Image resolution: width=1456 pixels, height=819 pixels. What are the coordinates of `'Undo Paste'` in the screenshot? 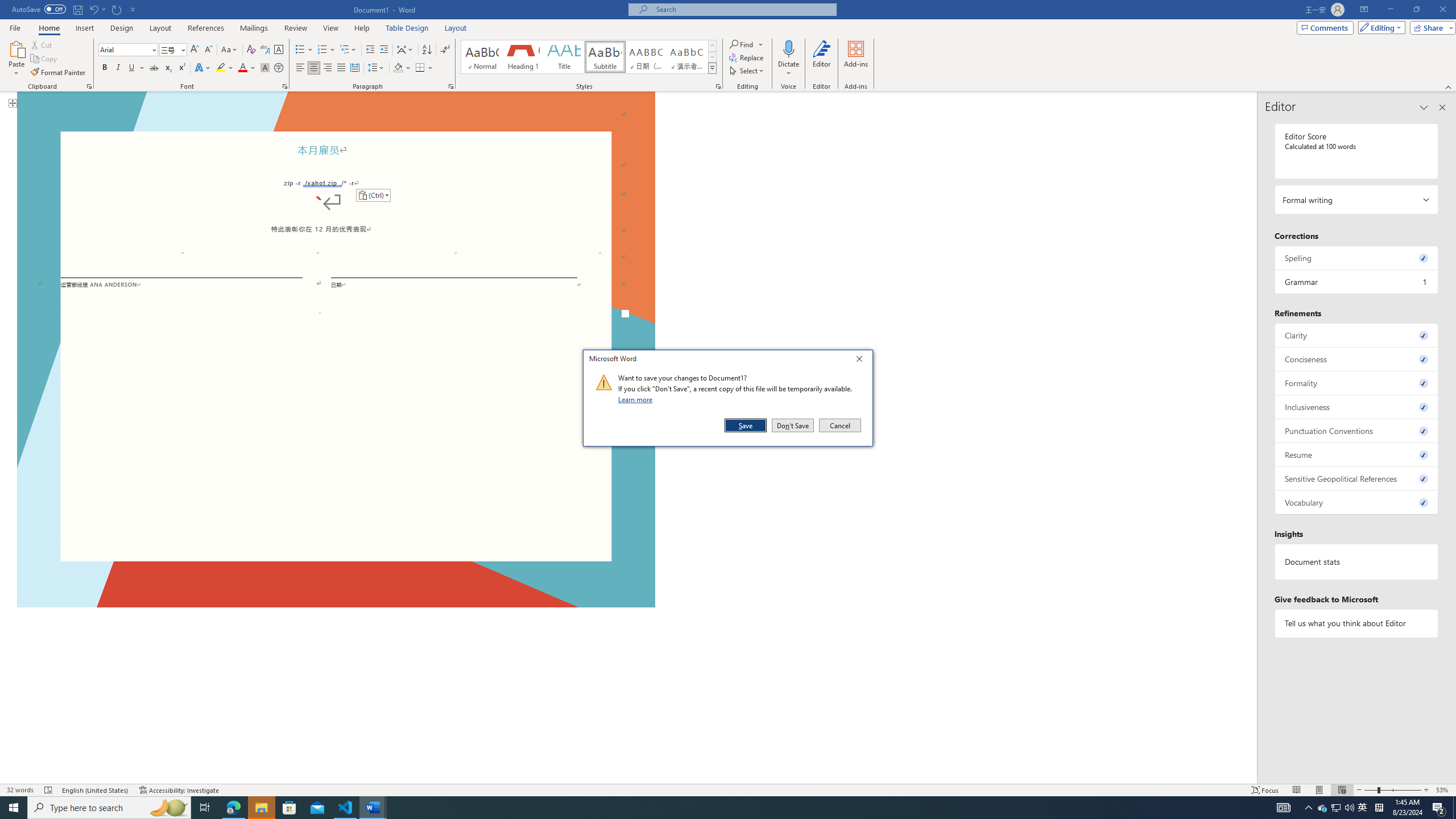 It's located at (93, 9).